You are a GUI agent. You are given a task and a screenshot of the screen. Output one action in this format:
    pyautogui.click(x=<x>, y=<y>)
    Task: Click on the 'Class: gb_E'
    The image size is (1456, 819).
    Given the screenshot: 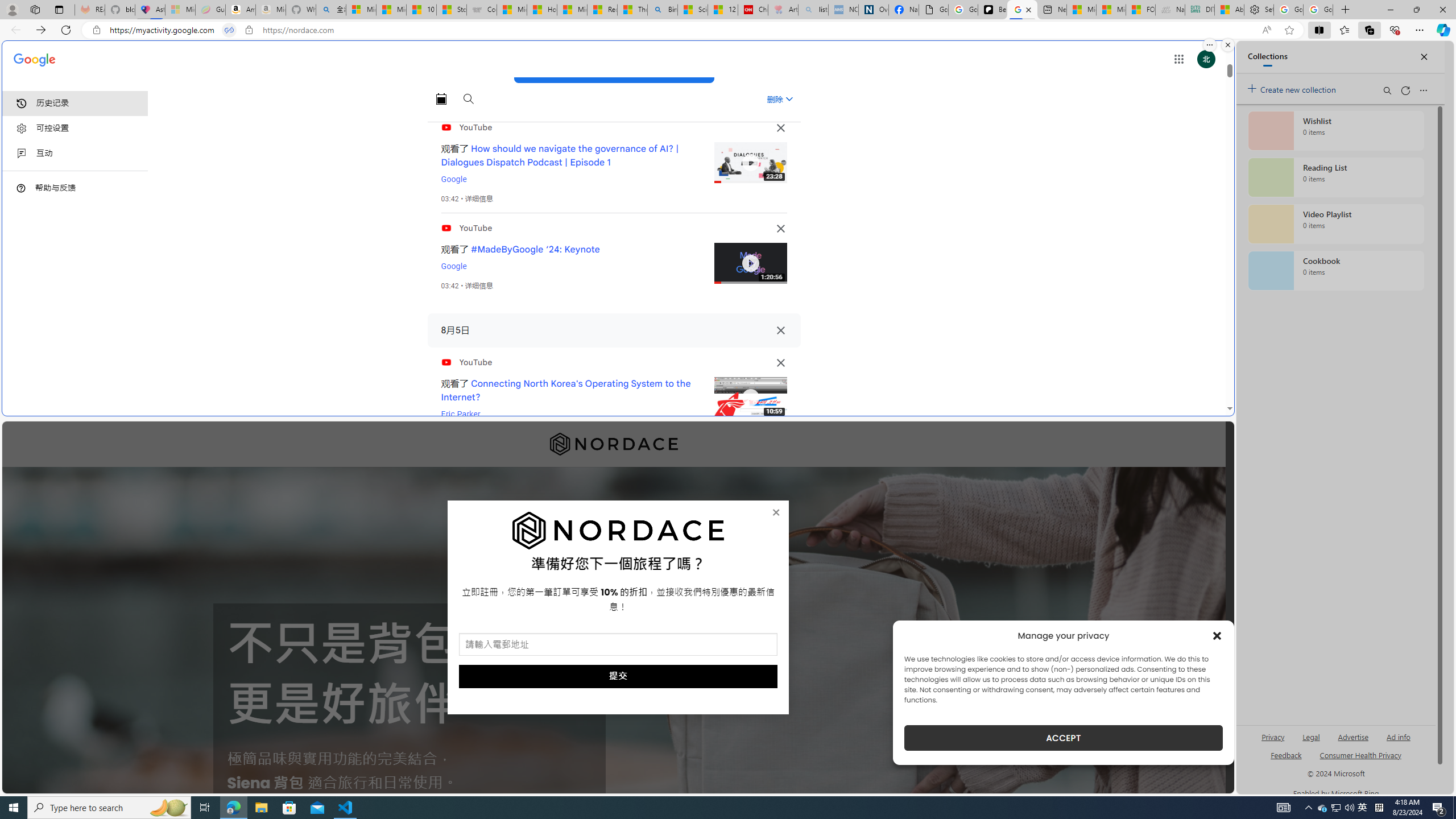 What is the action you would take?
    pyautogui.click(x=1178, y=59)
    